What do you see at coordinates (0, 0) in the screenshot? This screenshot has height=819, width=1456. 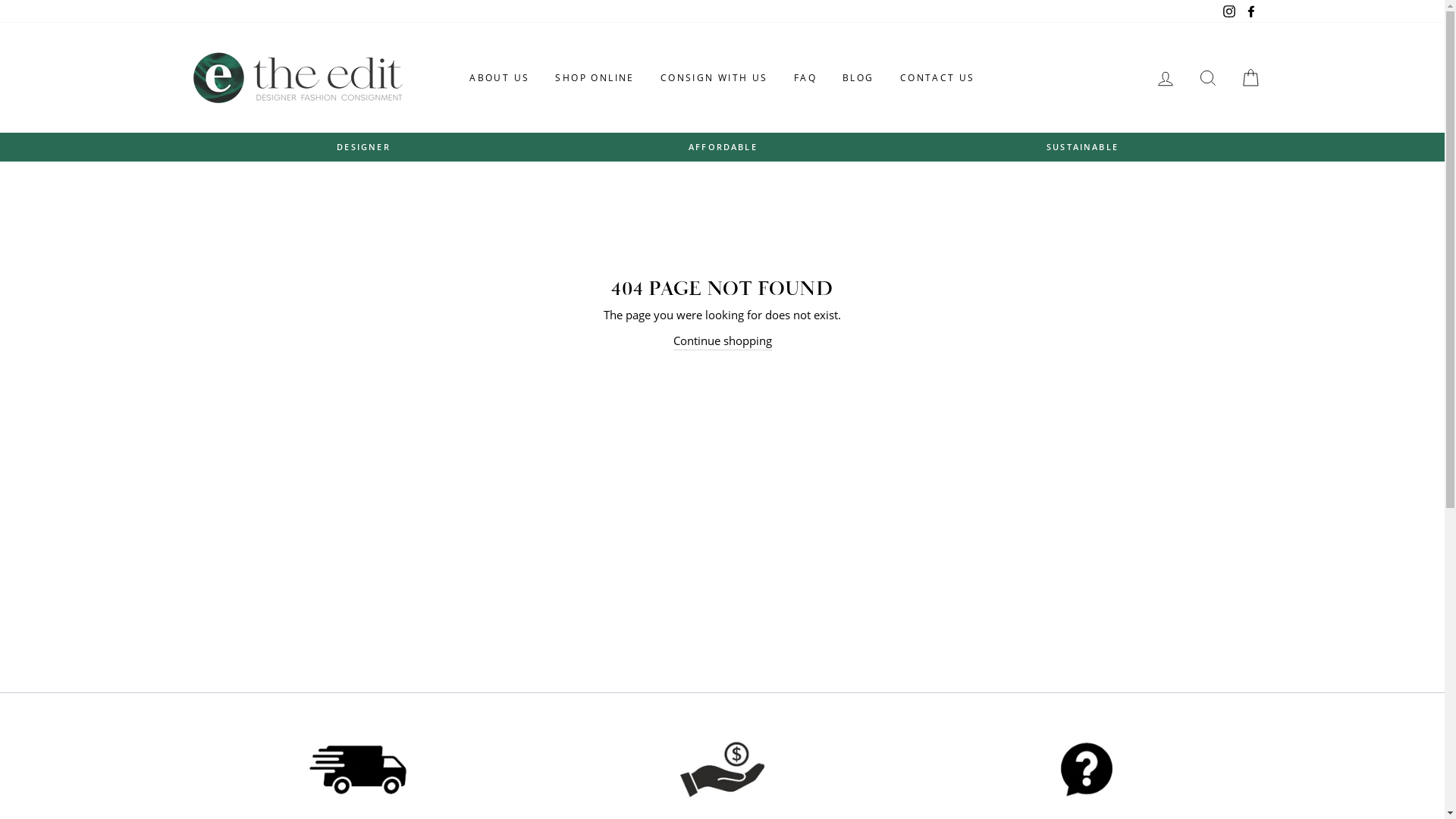 I see `'Skip to content'` at bounding box center [0, 0].